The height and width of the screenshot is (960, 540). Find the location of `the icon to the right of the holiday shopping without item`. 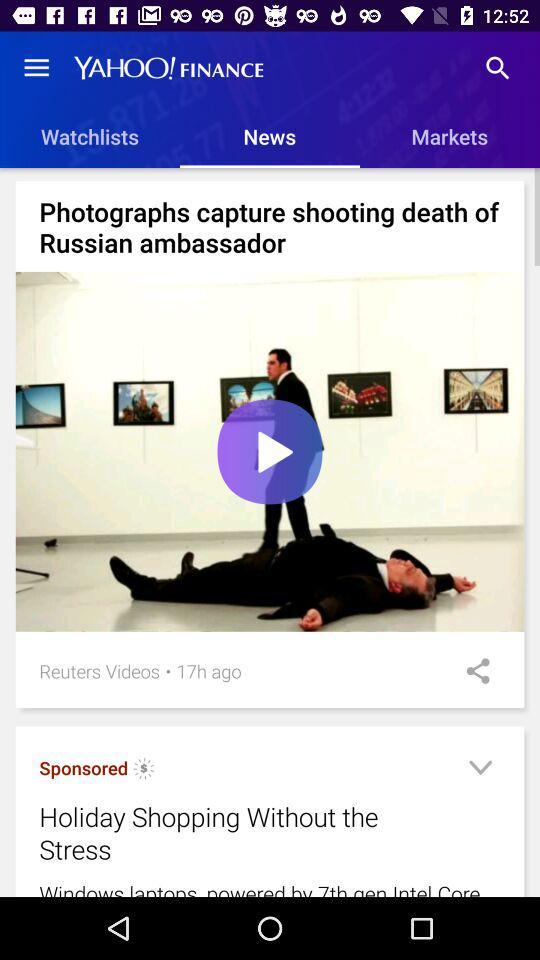

the icon to the right of the holiday shopping without item is located at coordinates (479, 770).